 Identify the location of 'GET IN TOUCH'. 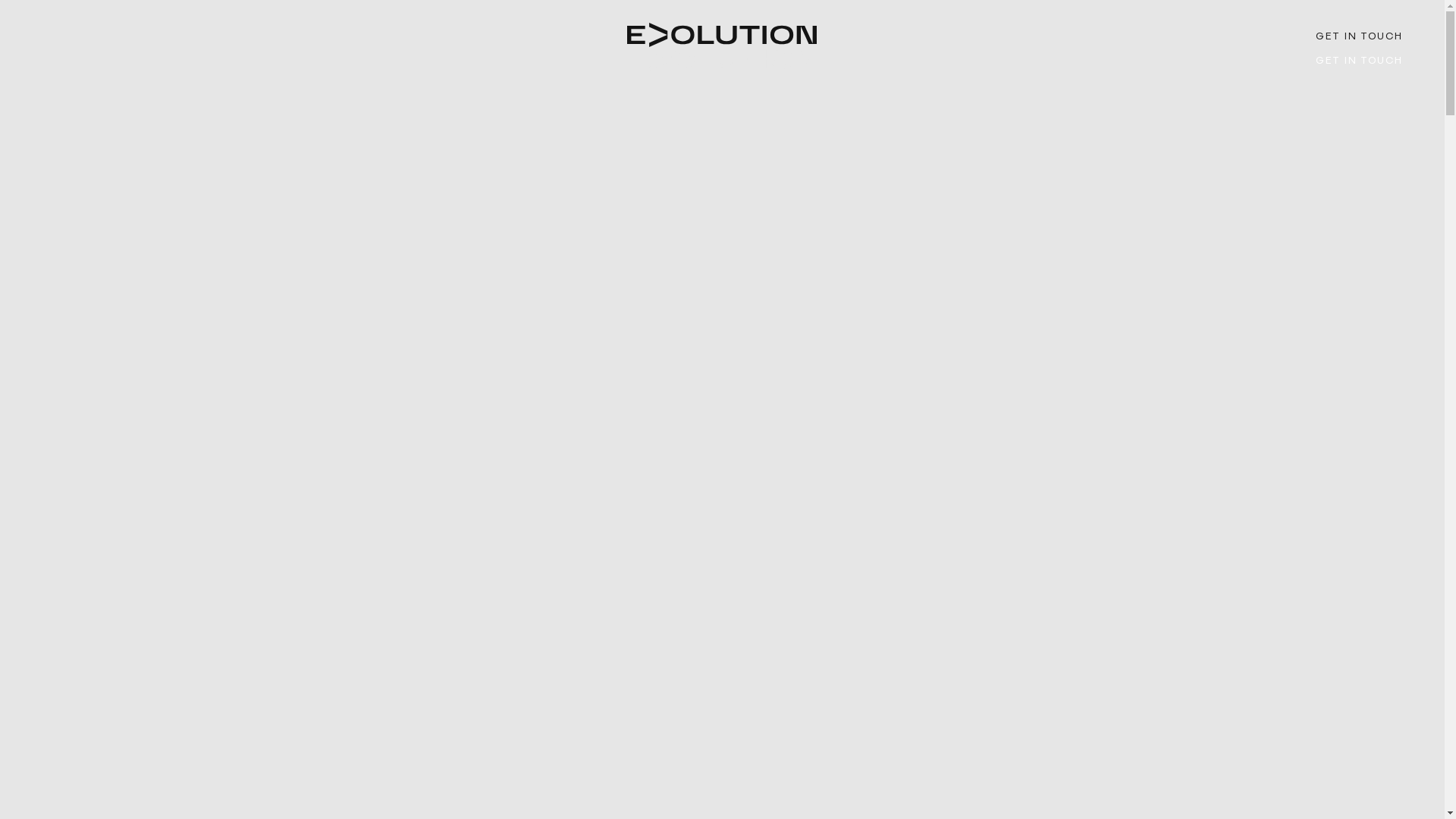
(1359, 34).